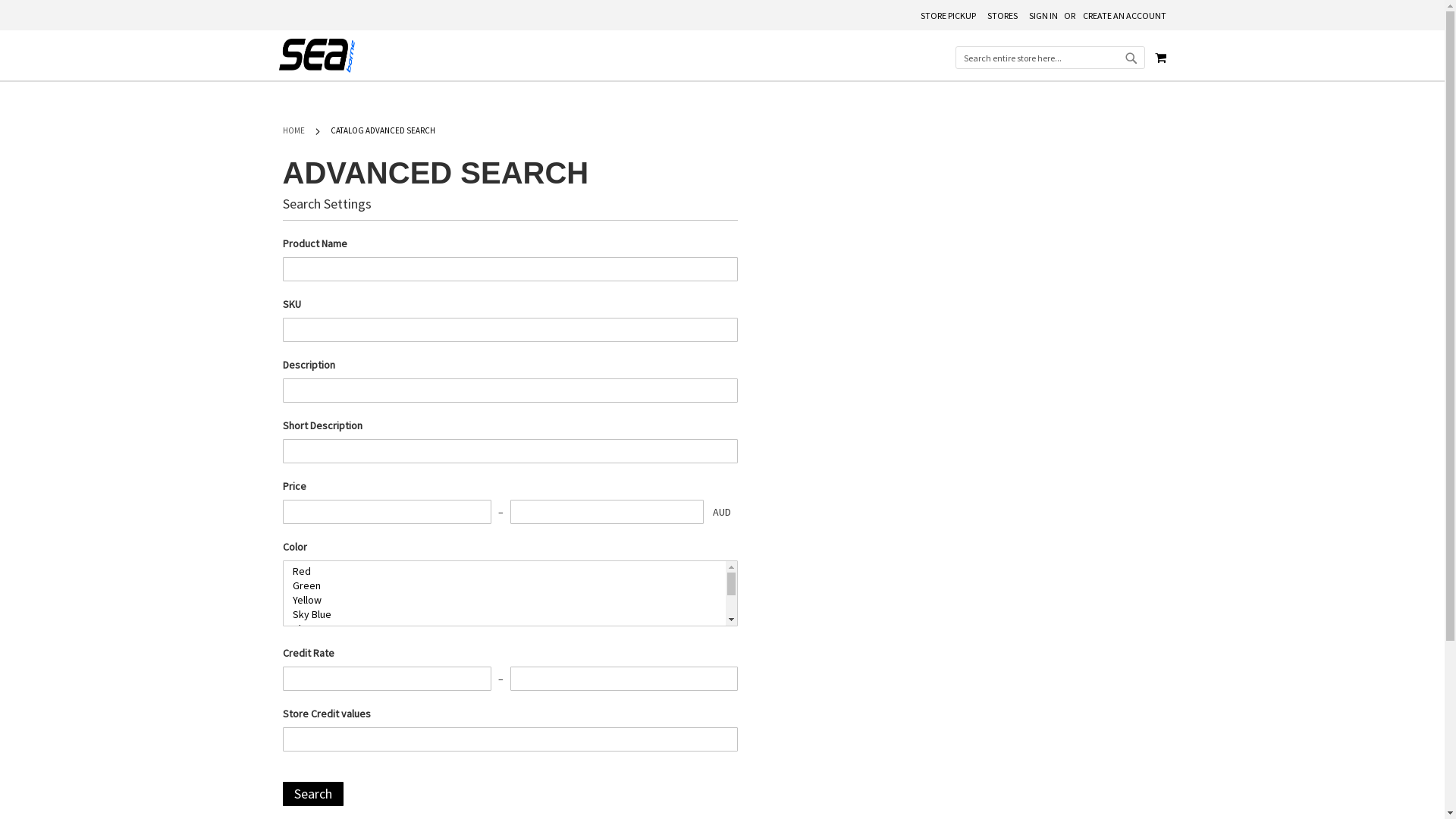  What do you see at coordinates (510, 739) in the screenshot?
I see `'Store Credit values'` at bounding box center [510, 739].